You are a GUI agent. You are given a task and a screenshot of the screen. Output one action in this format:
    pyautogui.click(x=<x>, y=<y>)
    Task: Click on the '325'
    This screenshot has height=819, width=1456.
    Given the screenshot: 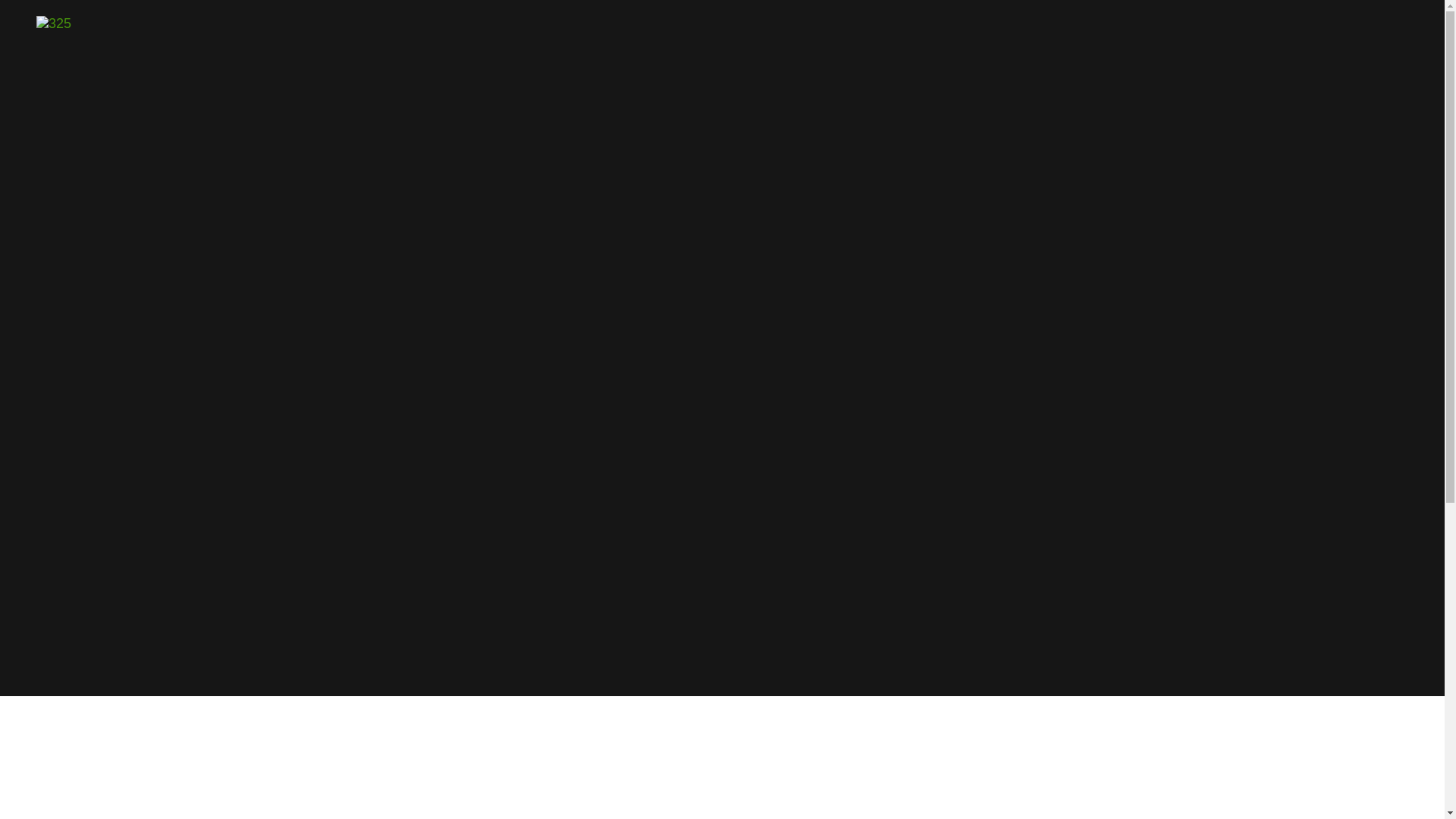 What is the action you would take?
    pyautogui.click(x=36, y=22)
    